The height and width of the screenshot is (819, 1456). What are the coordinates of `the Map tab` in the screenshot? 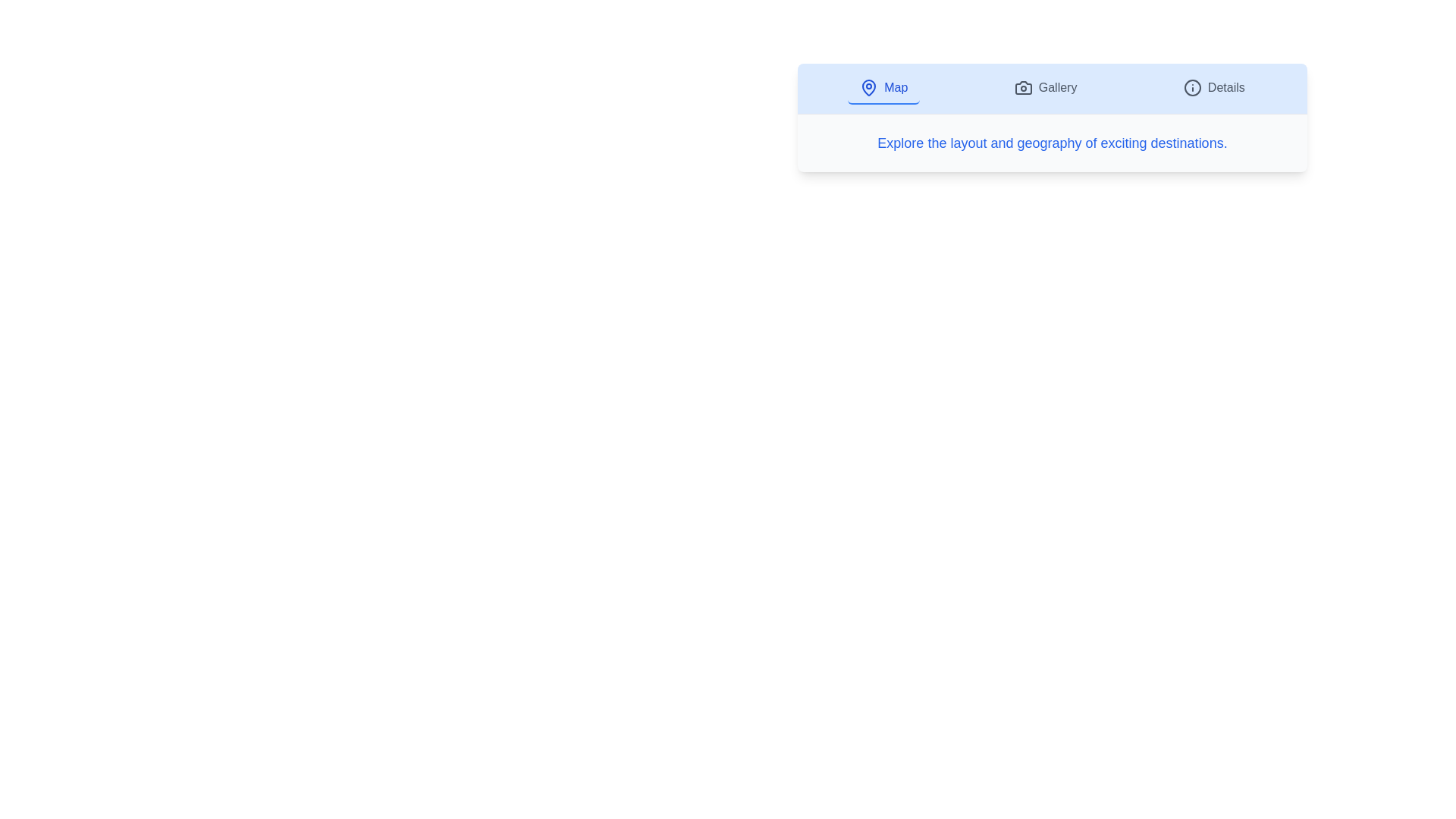 It's located at (883, 88).